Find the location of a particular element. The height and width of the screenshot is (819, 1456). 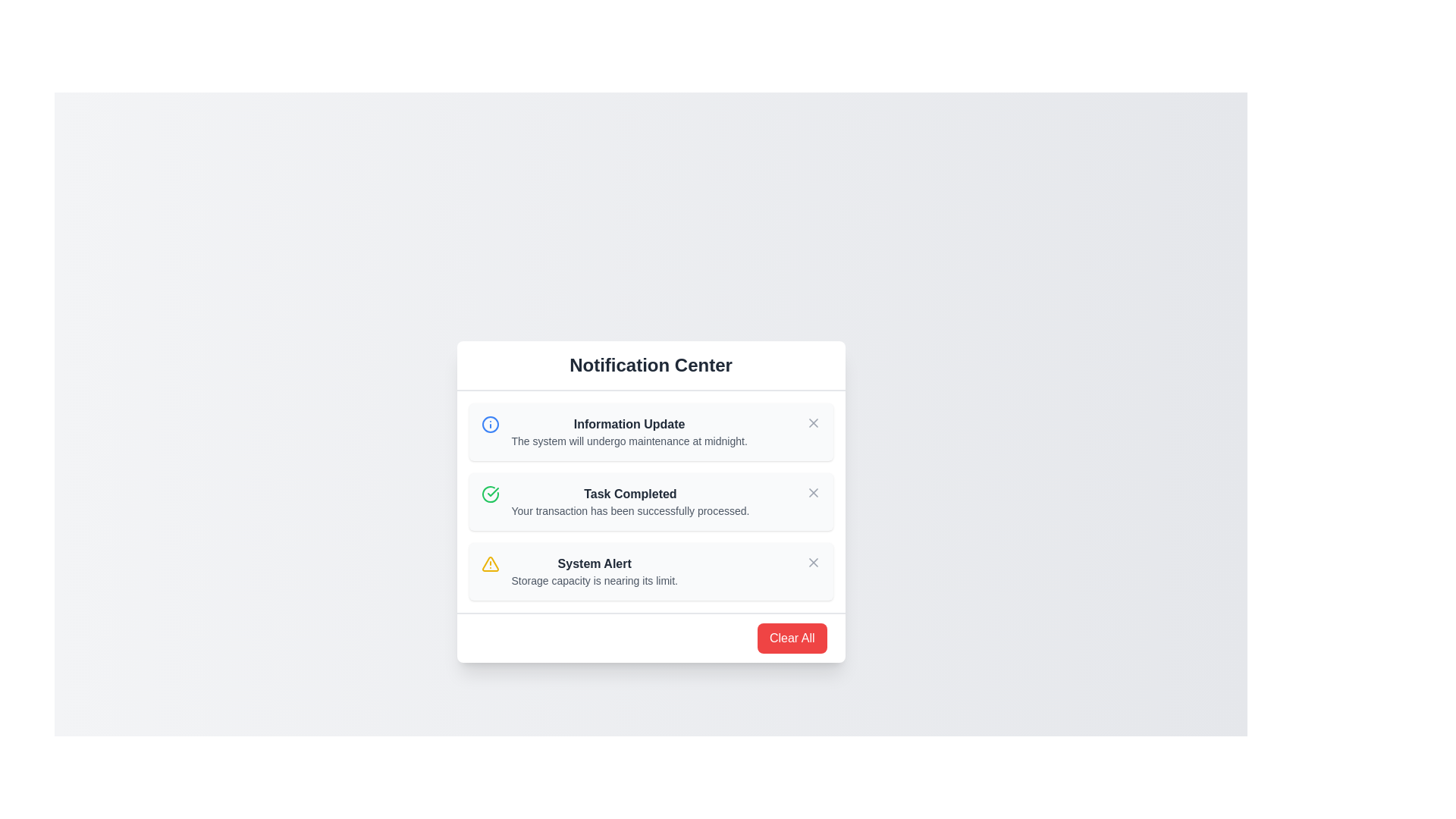

the informational text label stating 'Storage capacity is nearing its limit.' which is located beneath the 'System Alert' title in the notification panel is located at coordinates (594, 580).